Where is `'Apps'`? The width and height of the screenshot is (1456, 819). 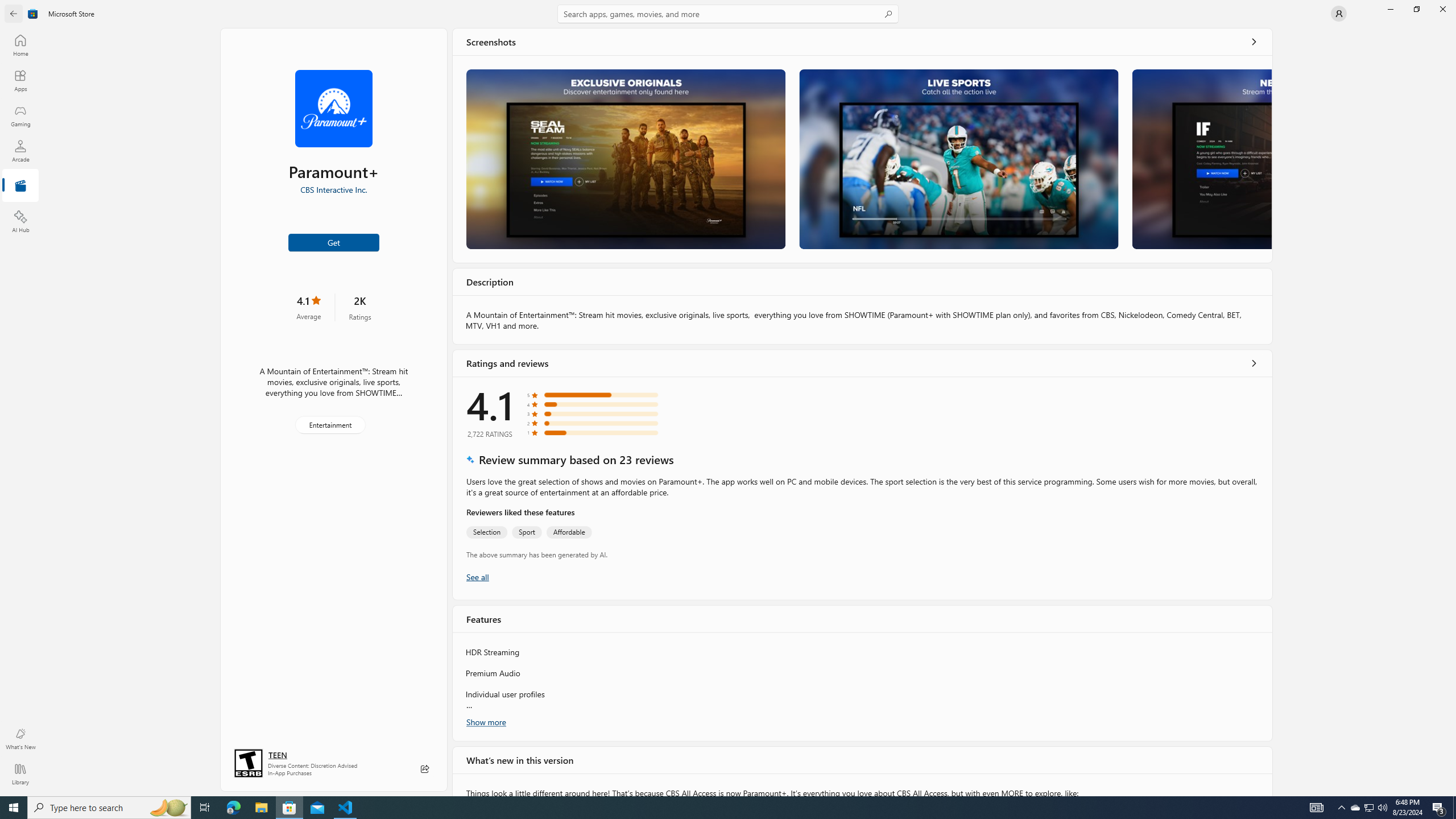 'Apps' is located at coordinates (19, 80).